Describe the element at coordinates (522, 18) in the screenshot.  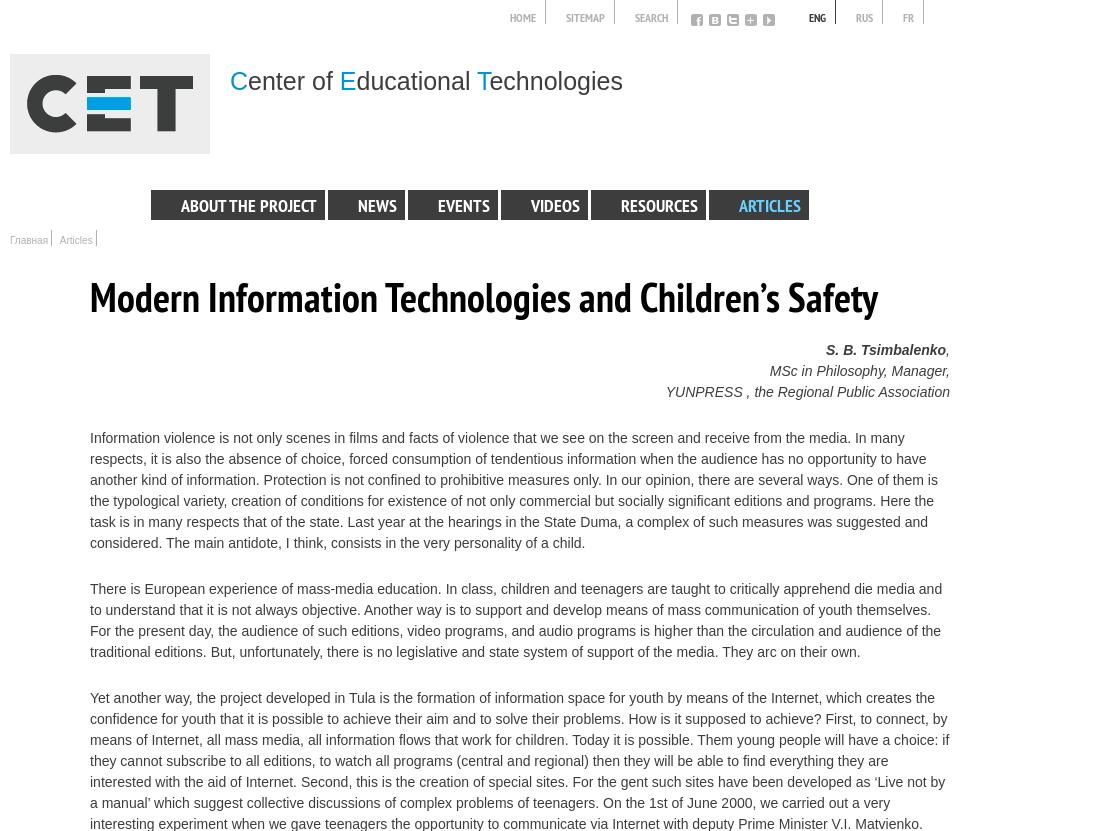
I see `'Home'` at that location.